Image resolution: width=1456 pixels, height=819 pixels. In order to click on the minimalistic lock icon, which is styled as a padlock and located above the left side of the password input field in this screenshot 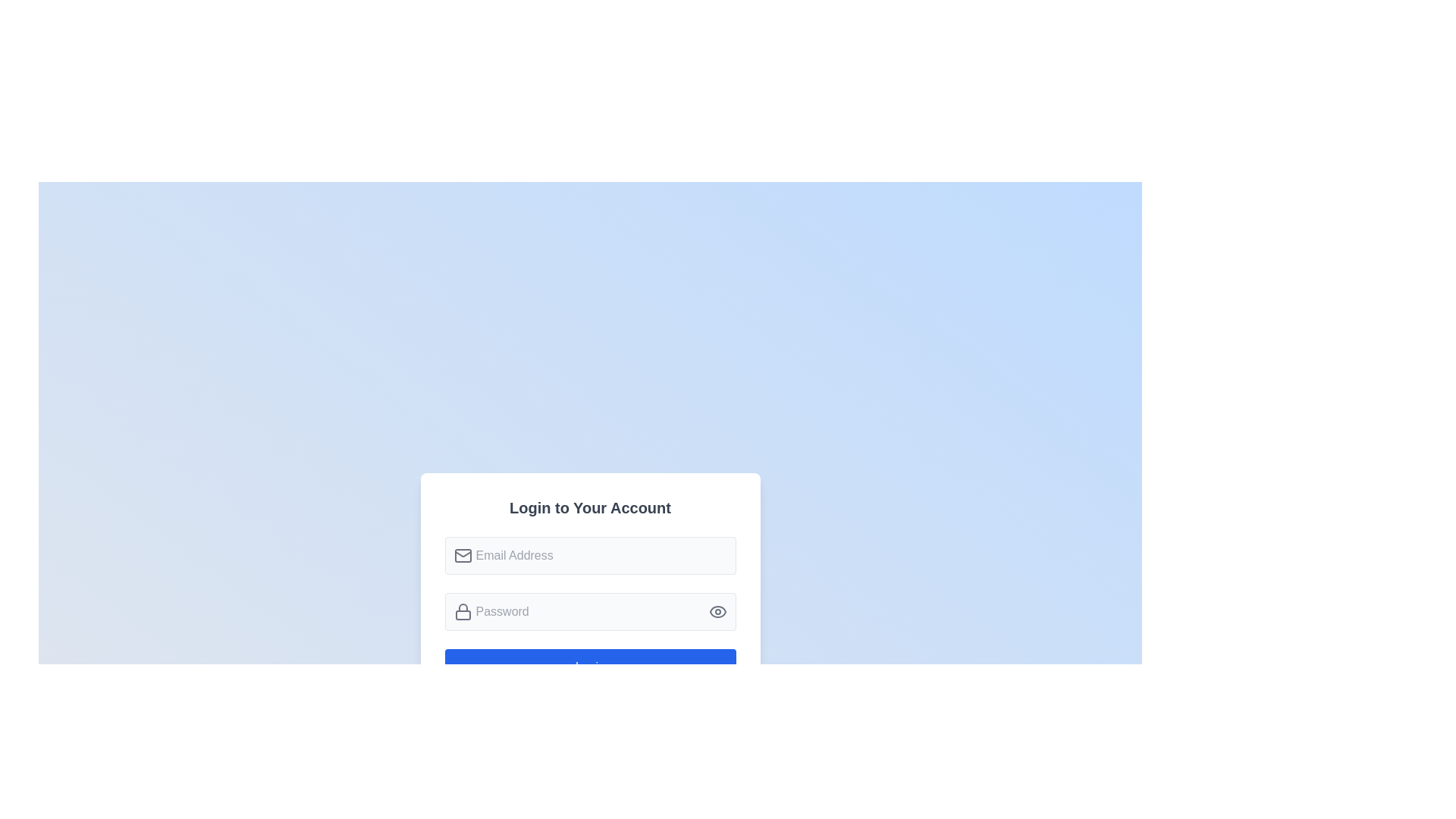, I will do `click(462, 610)`.